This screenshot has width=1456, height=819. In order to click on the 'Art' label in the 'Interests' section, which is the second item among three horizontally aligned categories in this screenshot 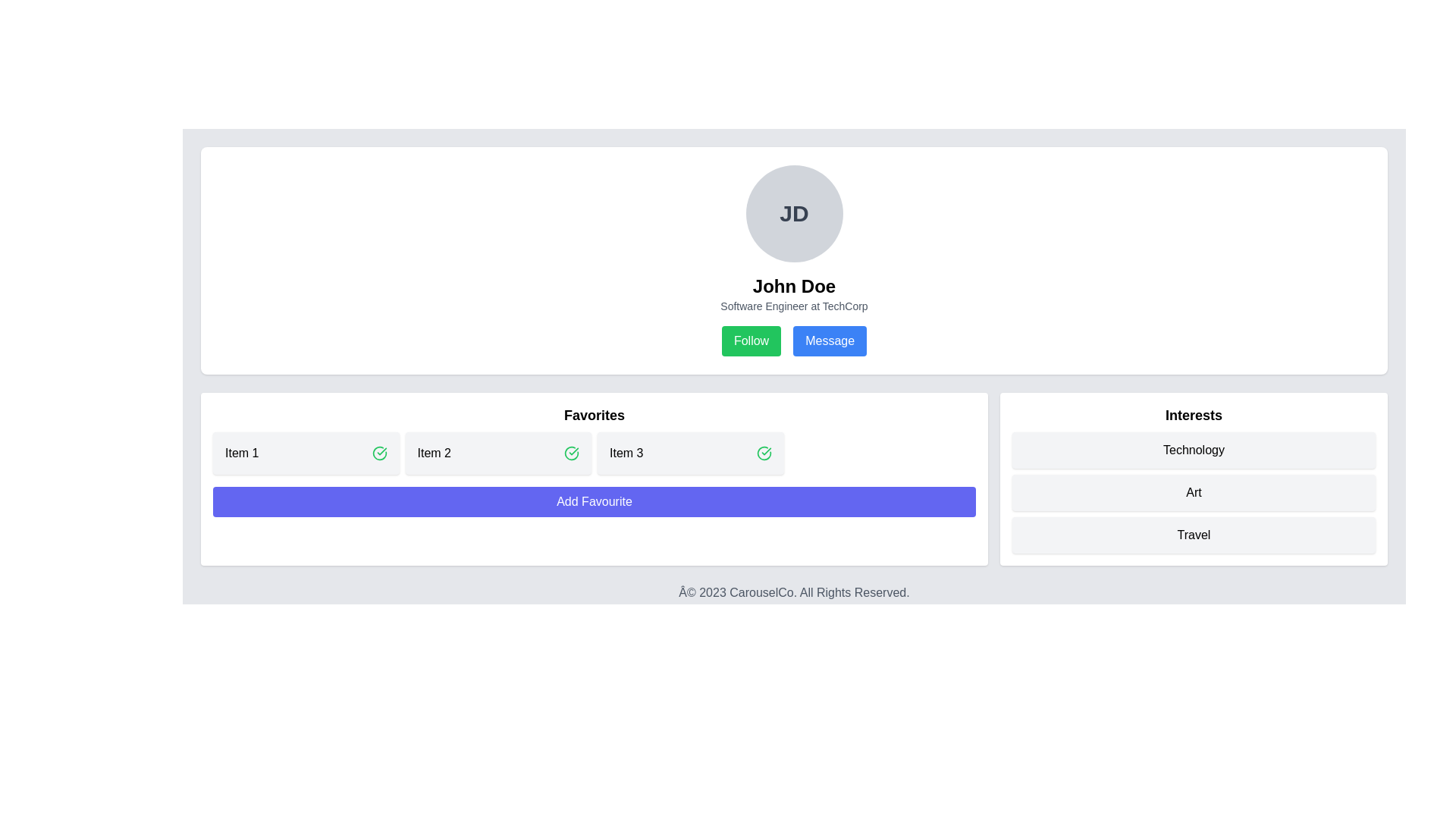, I will do `click(1193, 493)`.